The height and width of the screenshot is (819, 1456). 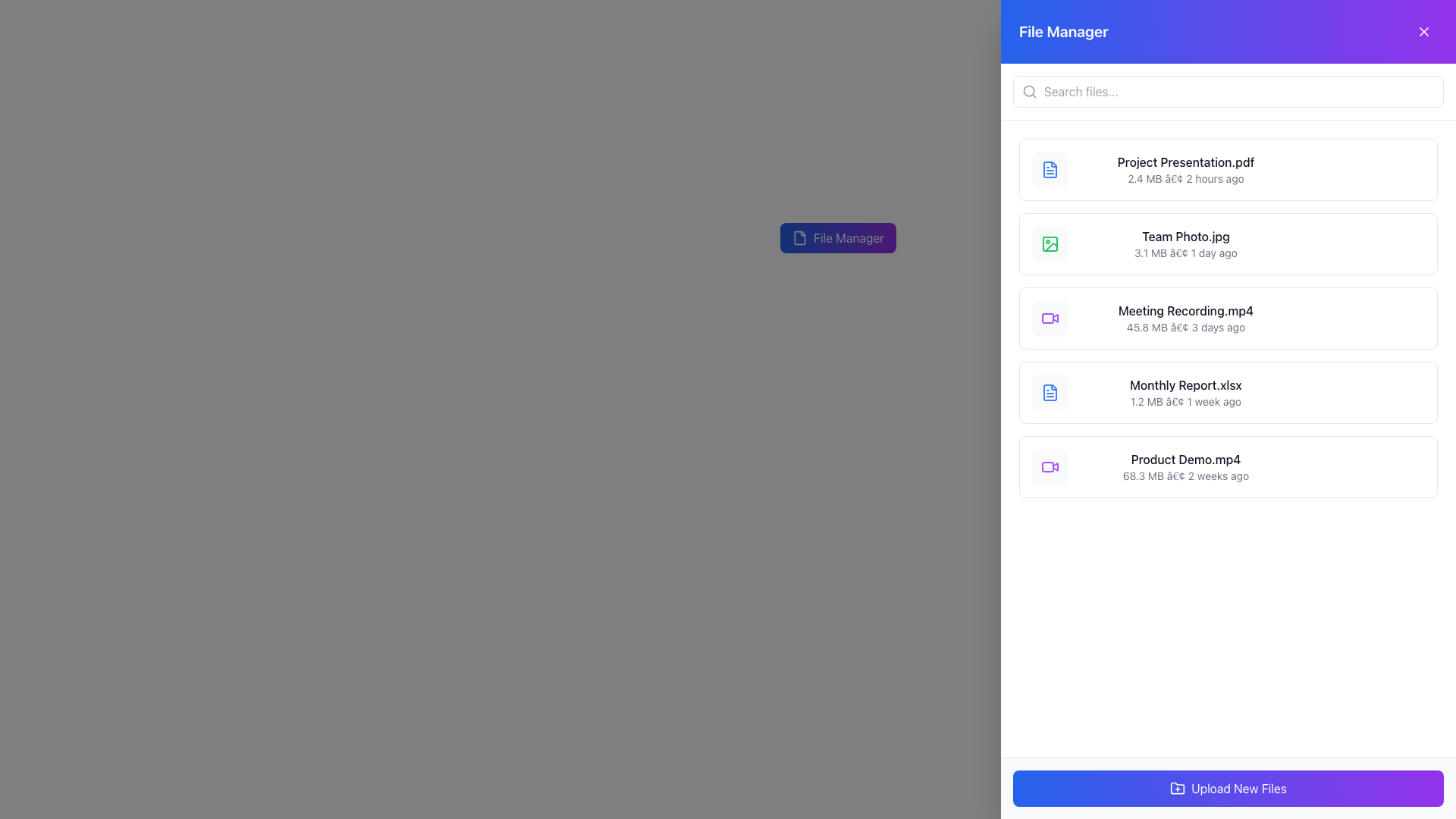 I want to click on the folder icon button with a plus symbol, which is located in the sidebar toolbar for file management, so click(x=1177, y=787).